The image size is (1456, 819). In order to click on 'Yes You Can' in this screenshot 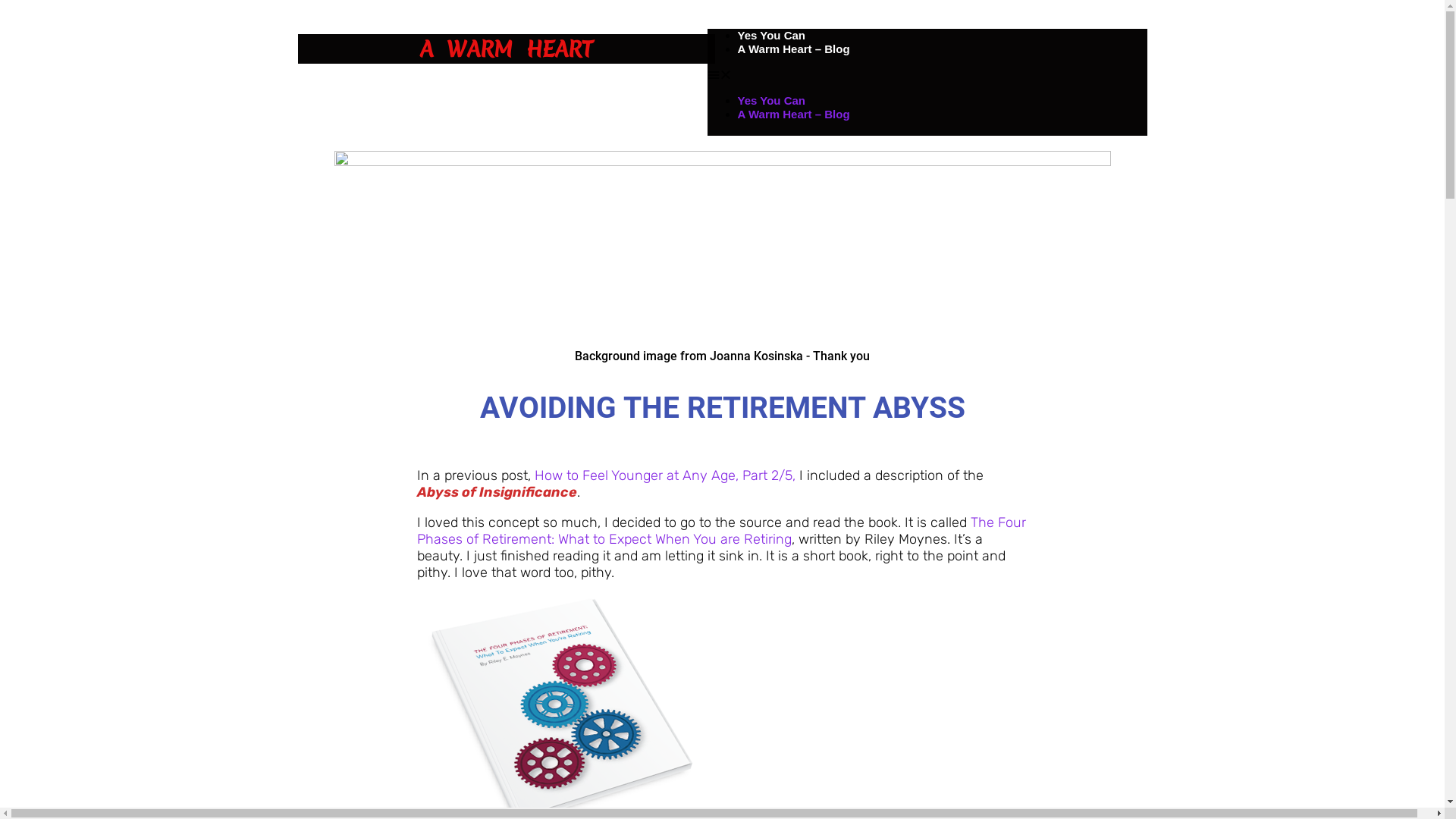, I will do `click(770, 34)`.